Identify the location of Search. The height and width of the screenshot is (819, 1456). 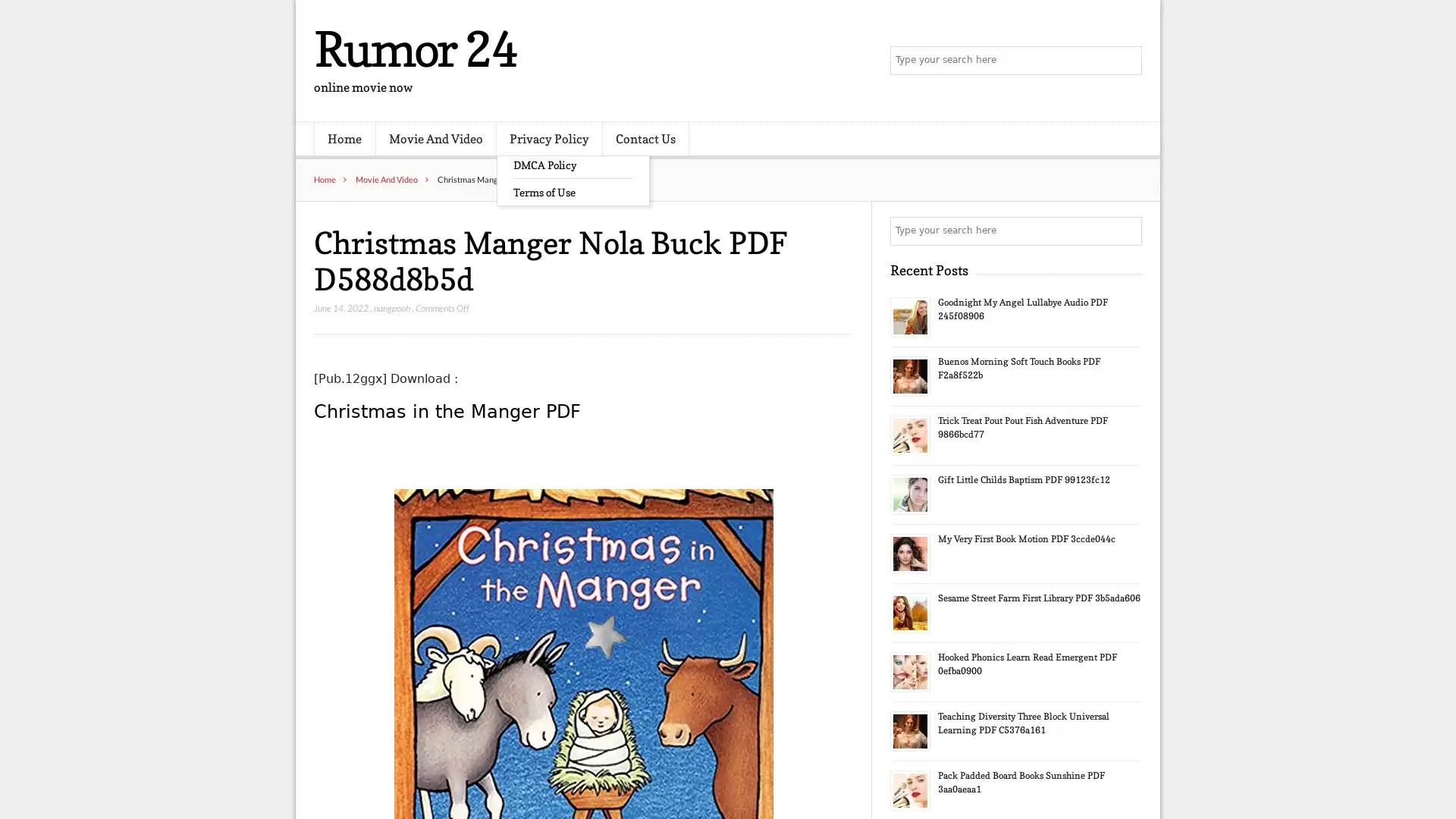
(1126, 231).